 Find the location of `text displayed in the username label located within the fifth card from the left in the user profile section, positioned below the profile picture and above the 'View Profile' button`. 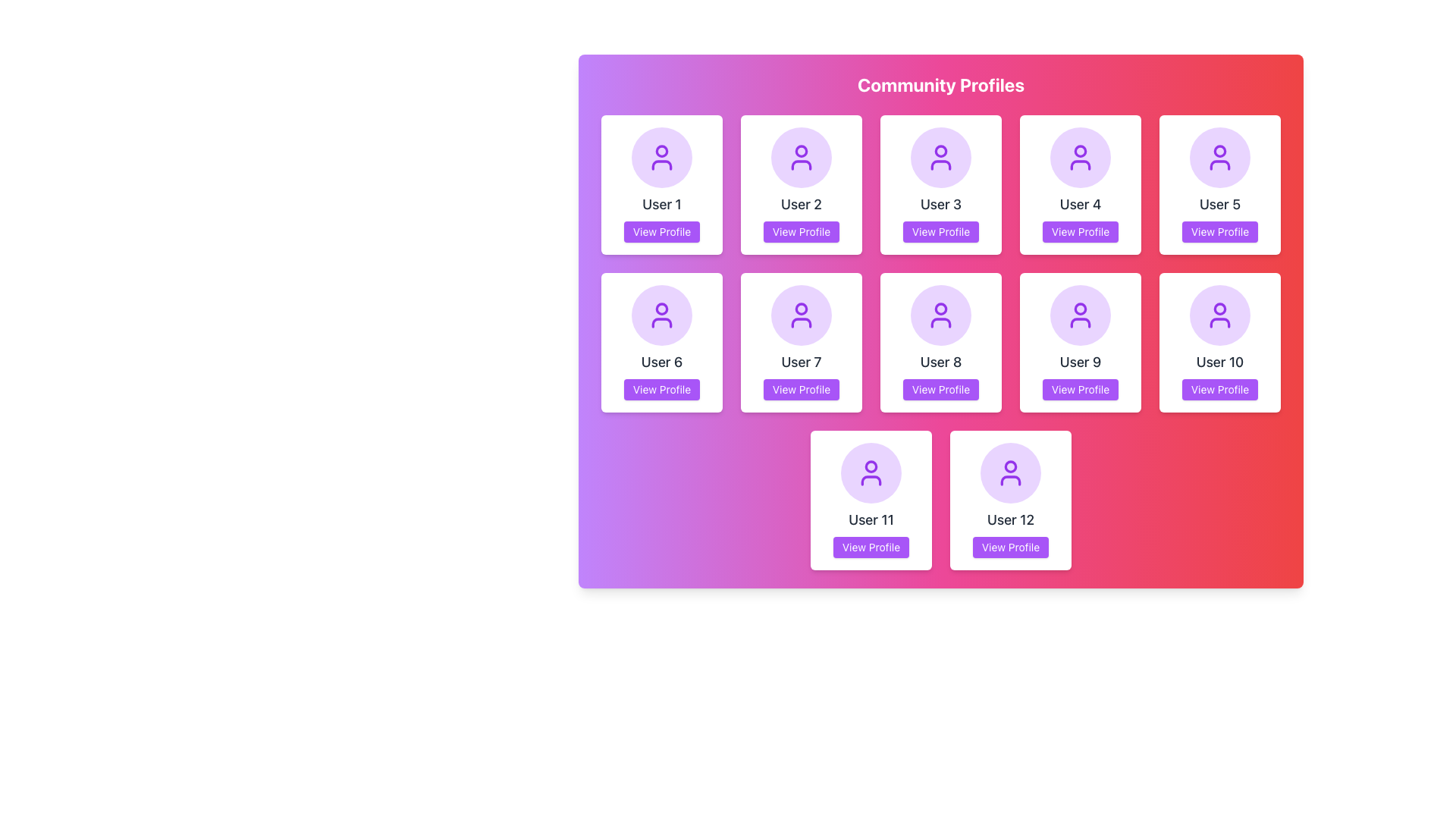

text displayed in the username label located within the fifth card from the left in the user profile section, positioned below the profile picture and above the 'View Profile' button is located at coordinates (871, 519).